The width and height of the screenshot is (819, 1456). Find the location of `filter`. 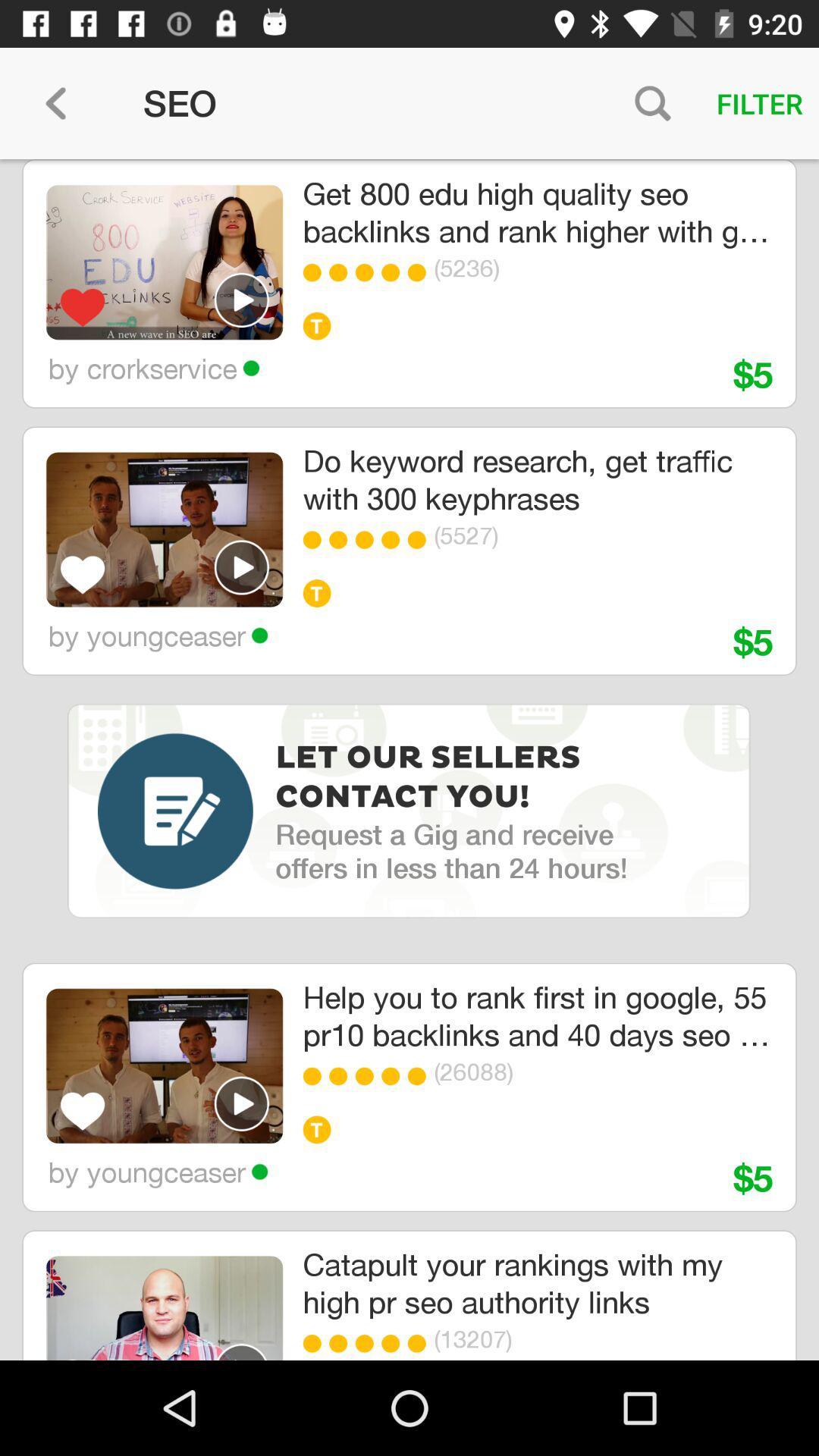

filter is located at coordinates (760, 103).